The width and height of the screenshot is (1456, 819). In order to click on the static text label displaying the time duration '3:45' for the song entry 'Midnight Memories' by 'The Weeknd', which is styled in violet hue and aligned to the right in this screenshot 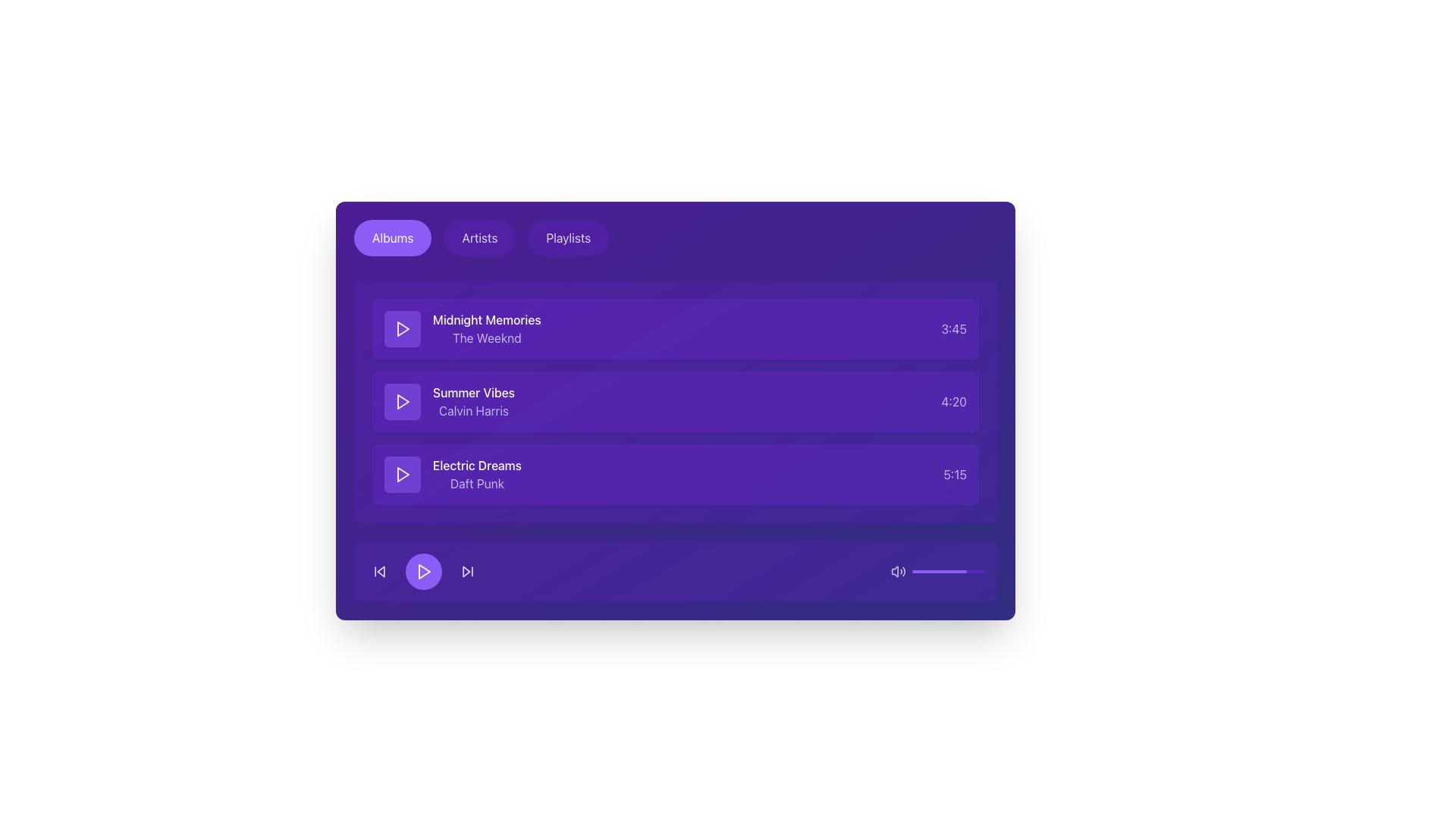, I will do `click(953, 328)`.